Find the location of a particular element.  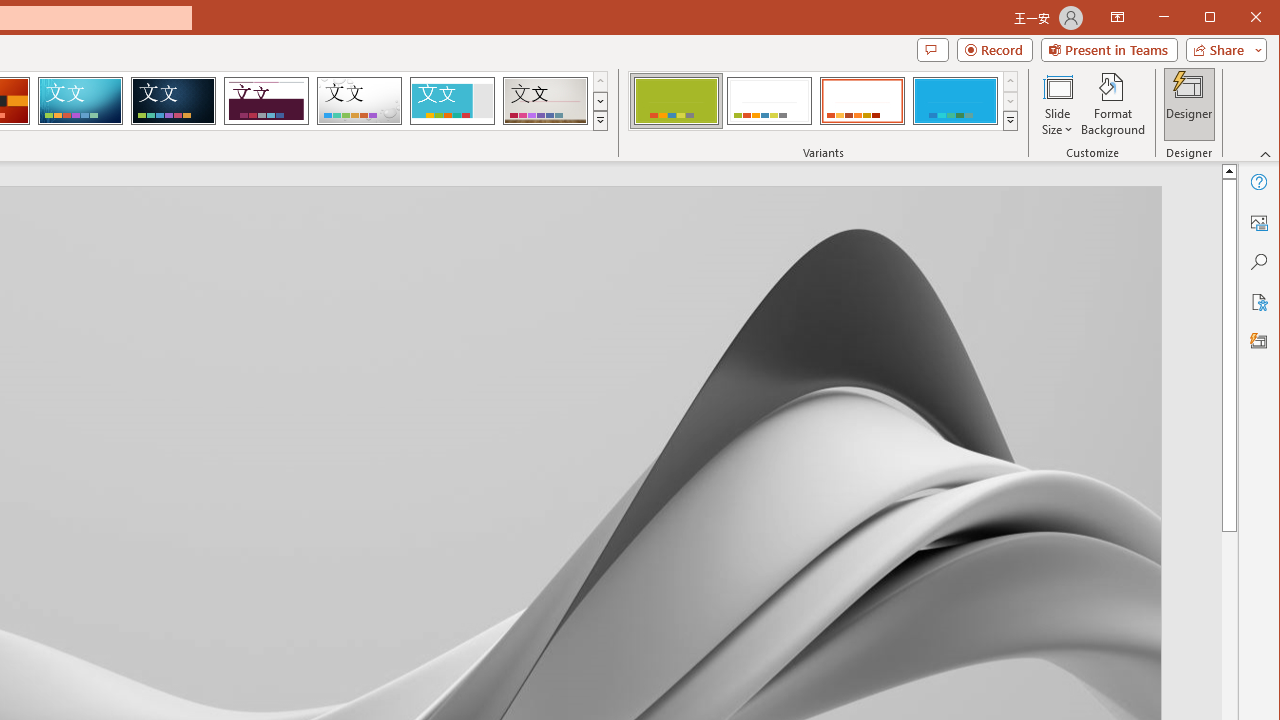

'Dividend' is located at coordinates (265, 100).